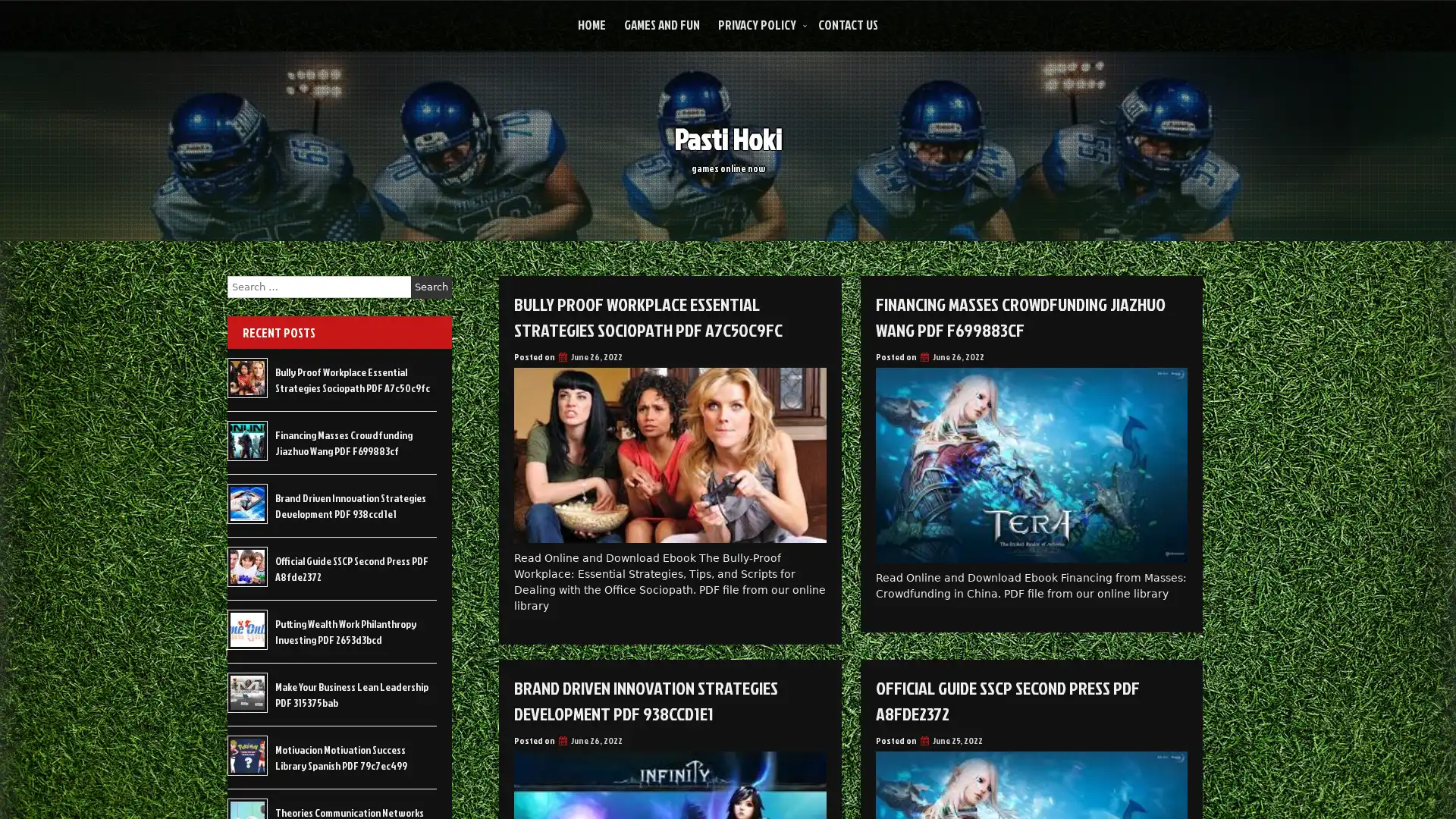  What do you see at coordinates (431, 287) in the screenshot?
I see `Search` at bounding box center [431, 287].